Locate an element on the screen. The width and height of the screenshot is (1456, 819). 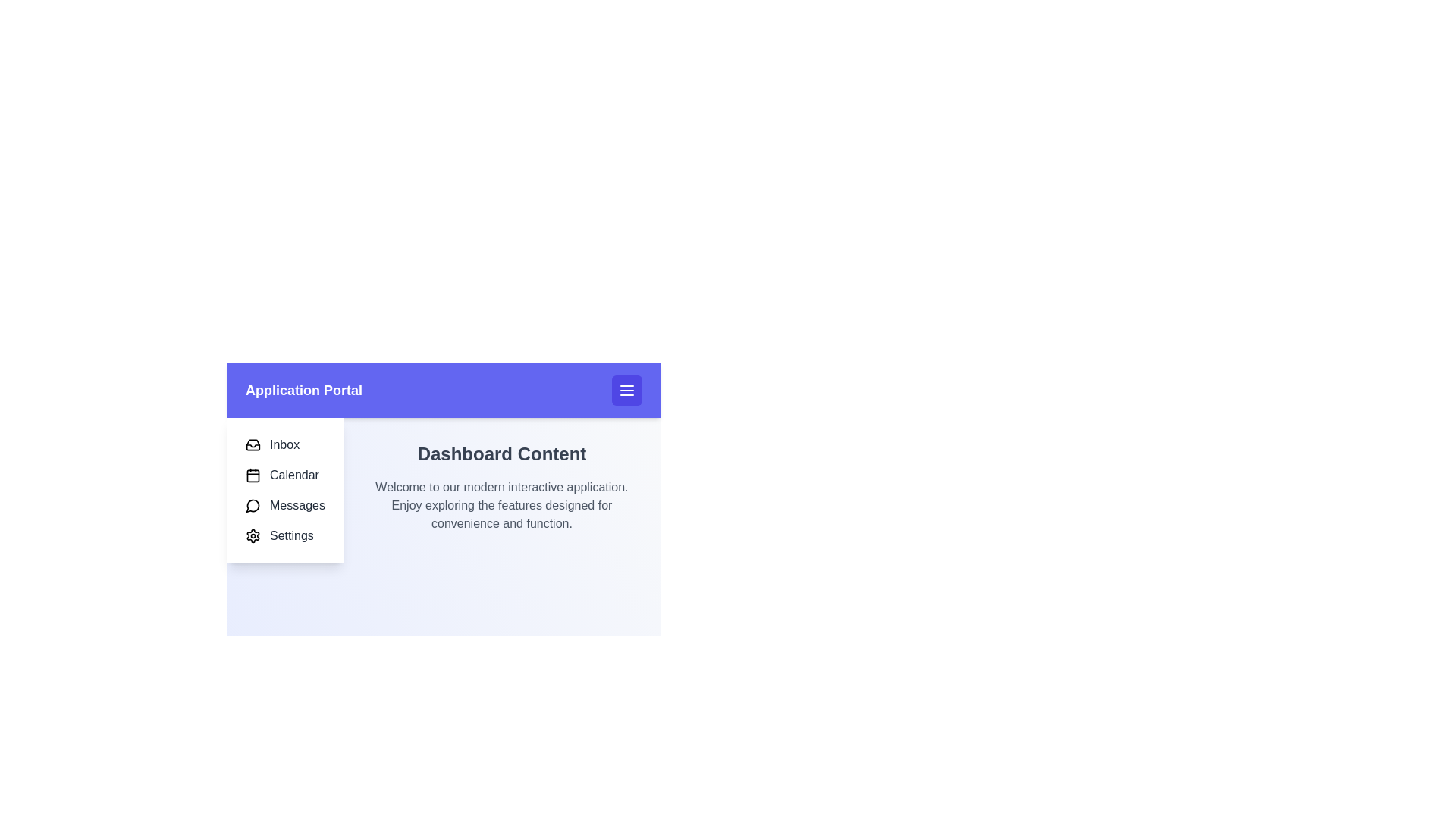
the fourth menu item in the vertical navigation menu, which has an icon and text for accessing the Settings page is located at coordinates (285, 535).